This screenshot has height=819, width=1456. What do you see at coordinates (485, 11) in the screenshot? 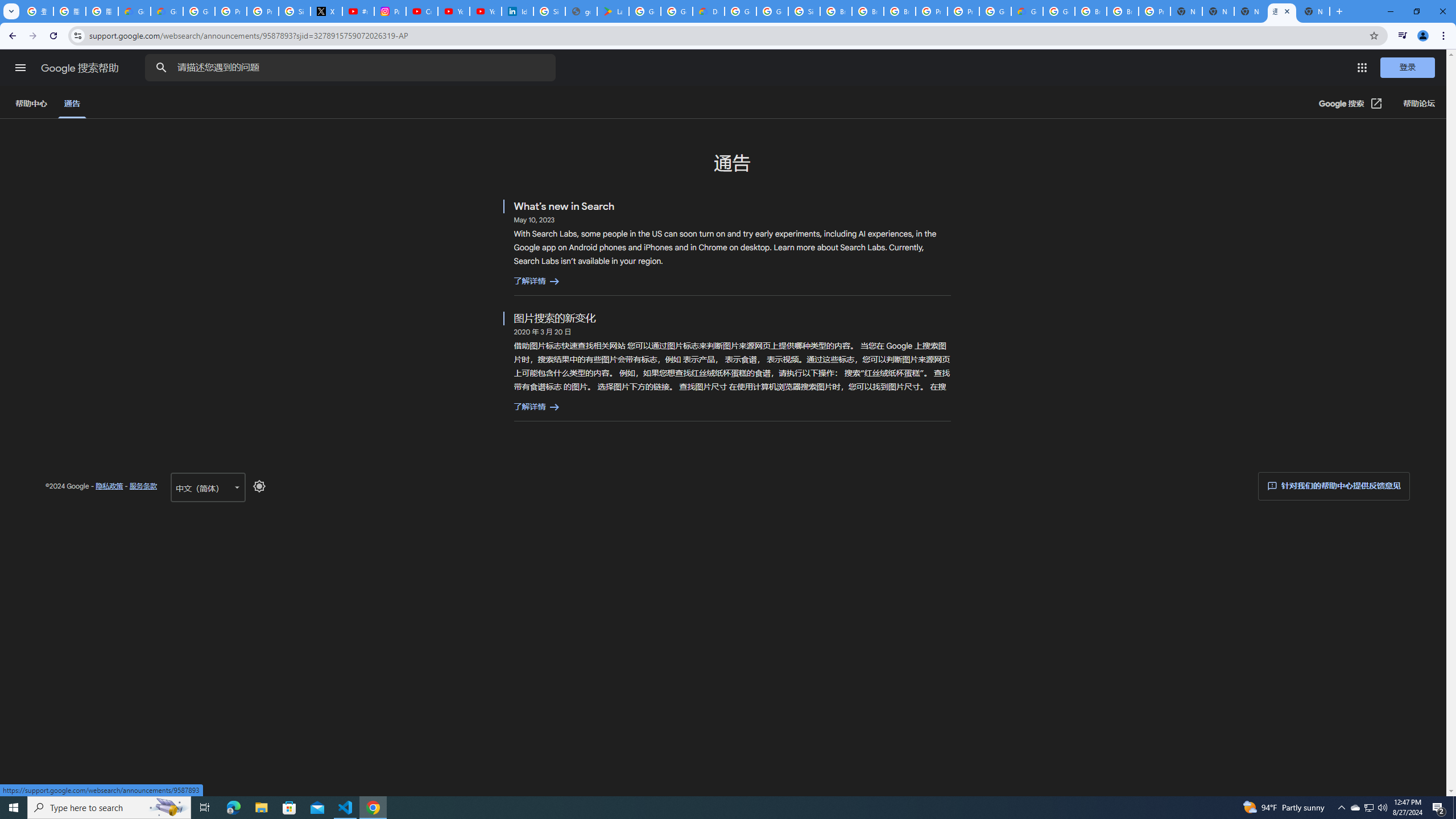
I see `'YouTube Culture & Trends - YouTube Top 10, 2021'` at bounding box center [485, 11].